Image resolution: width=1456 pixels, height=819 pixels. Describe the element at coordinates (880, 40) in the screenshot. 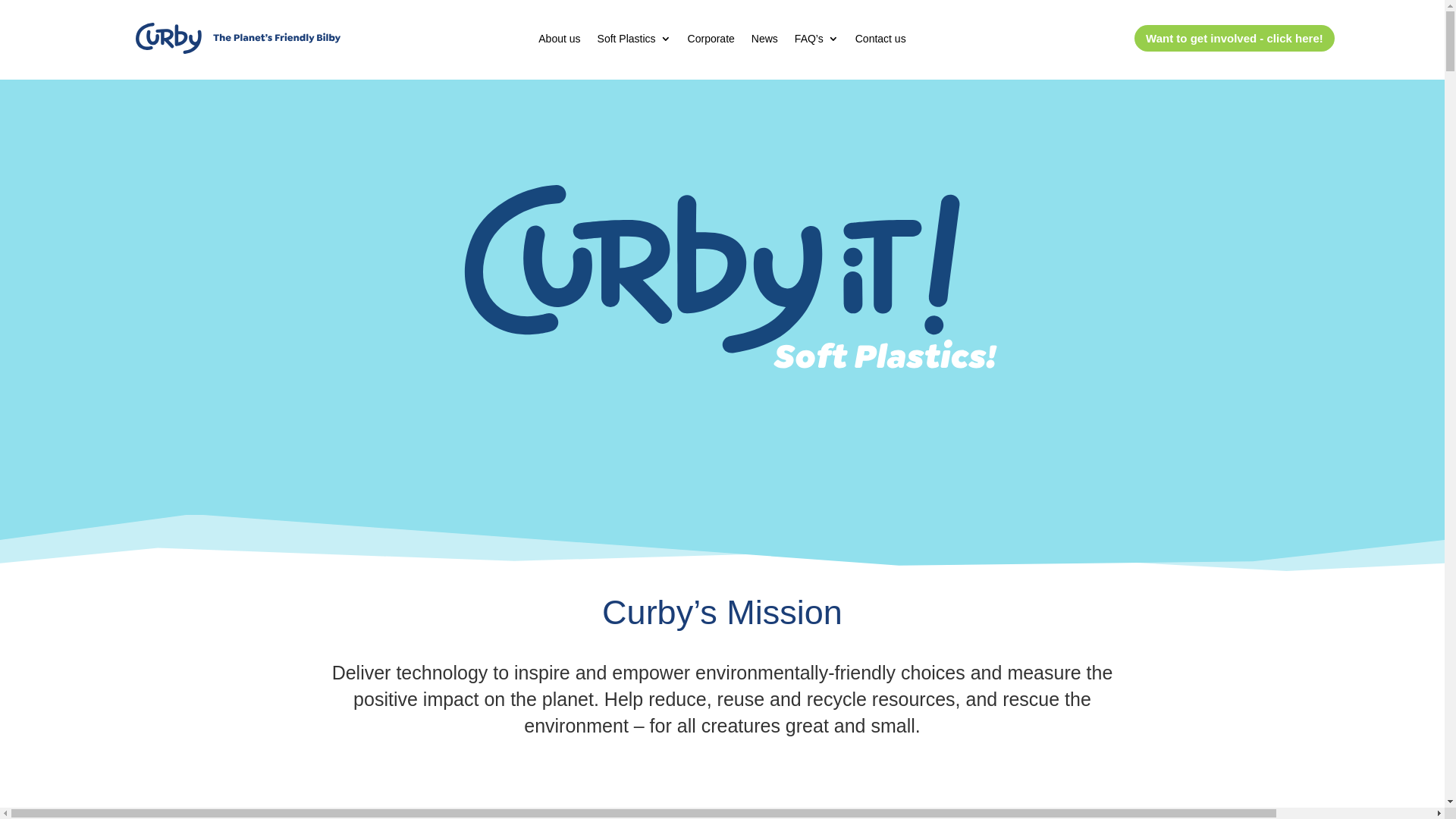

I see `'Contact us'` at that location.